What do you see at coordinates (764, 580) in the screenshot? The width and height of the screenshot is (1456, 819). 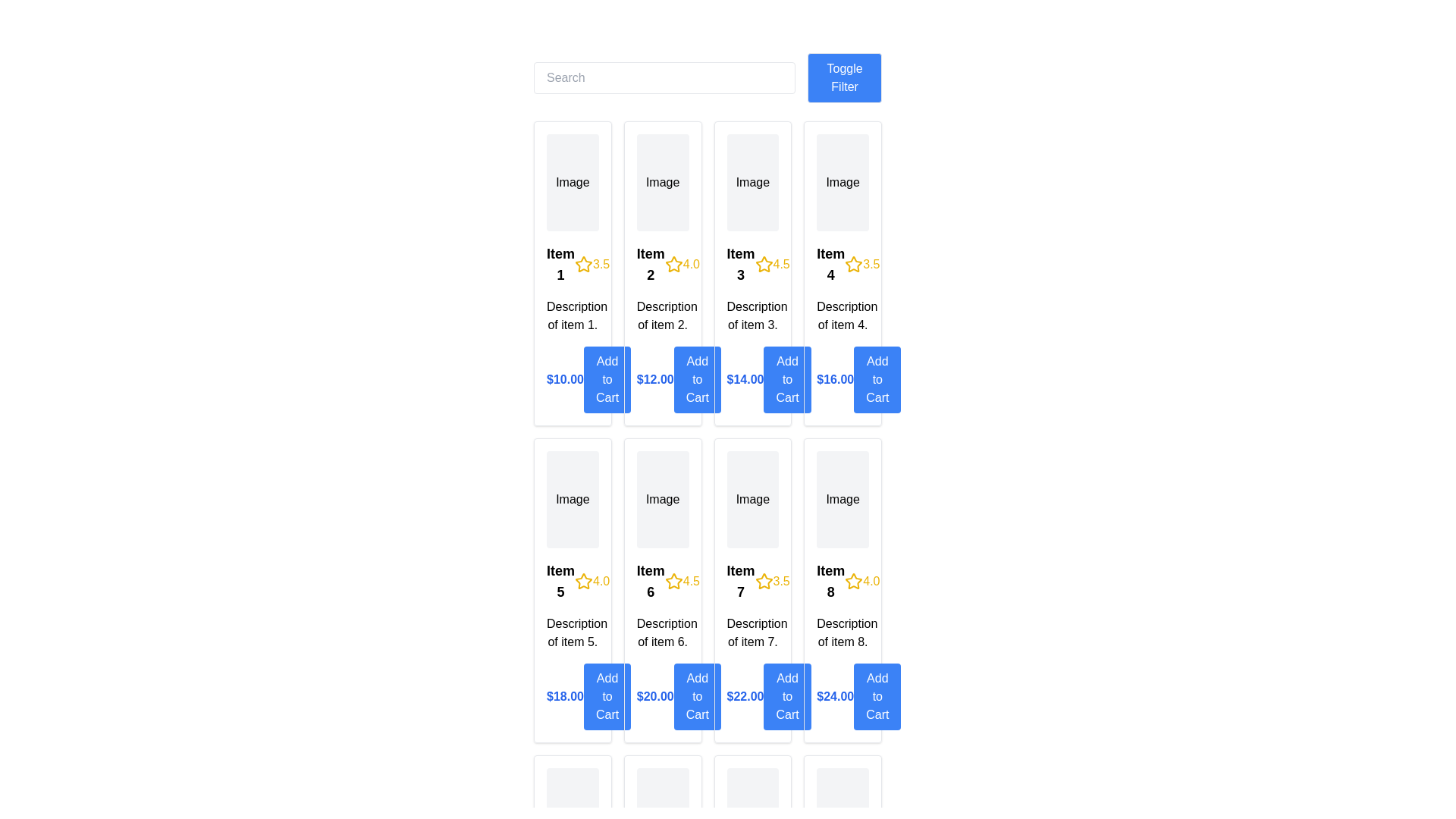 I see `the fourth yellow star icon in the 5-star rating system for 'Item 7', which is located next to the rating value '3.5'` at bounding box center [764, 580].